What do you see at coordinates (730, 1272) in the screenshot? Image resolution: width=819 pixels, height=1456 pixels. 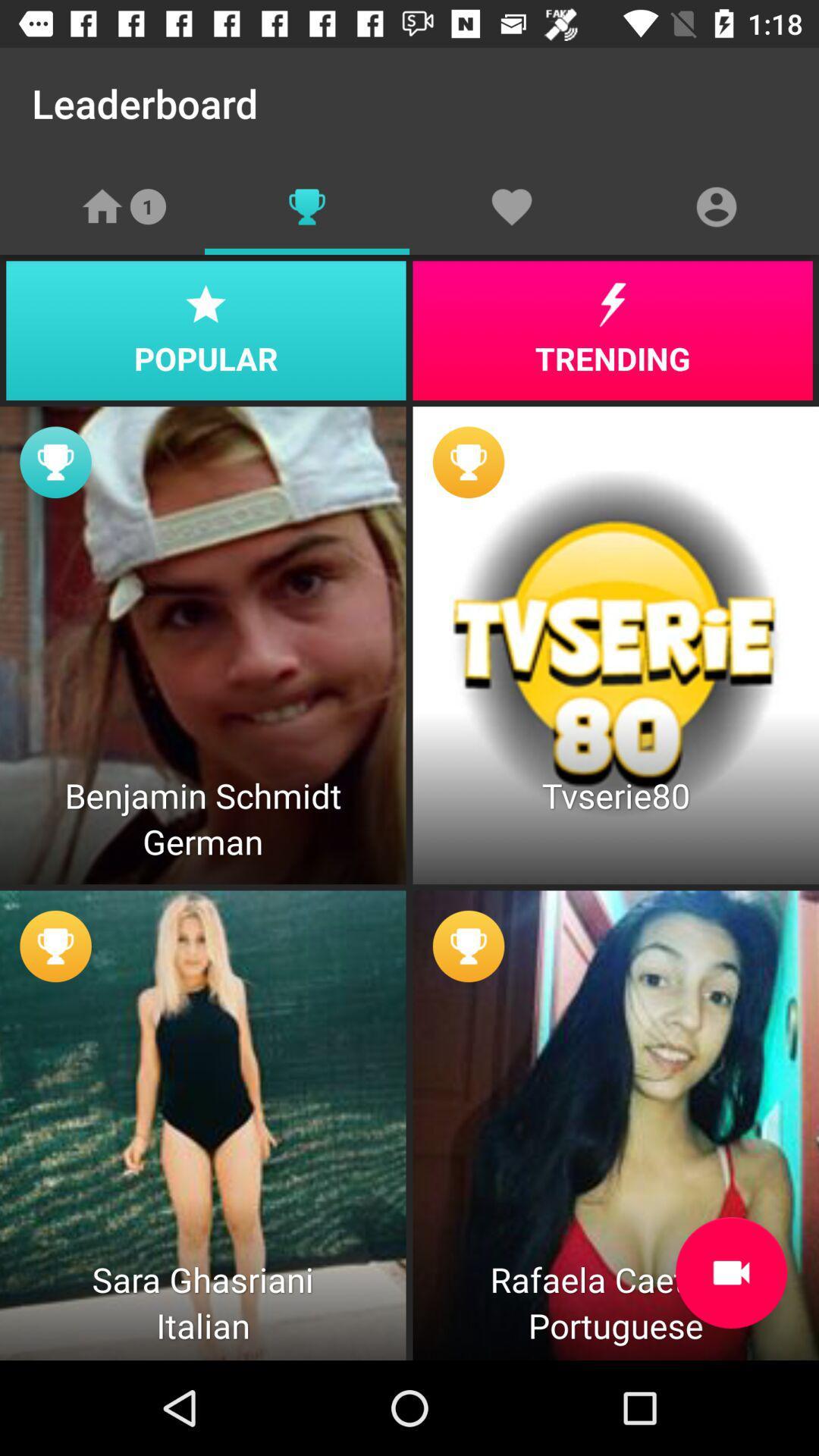 I see `see video` at bounding box center [730, 1272].